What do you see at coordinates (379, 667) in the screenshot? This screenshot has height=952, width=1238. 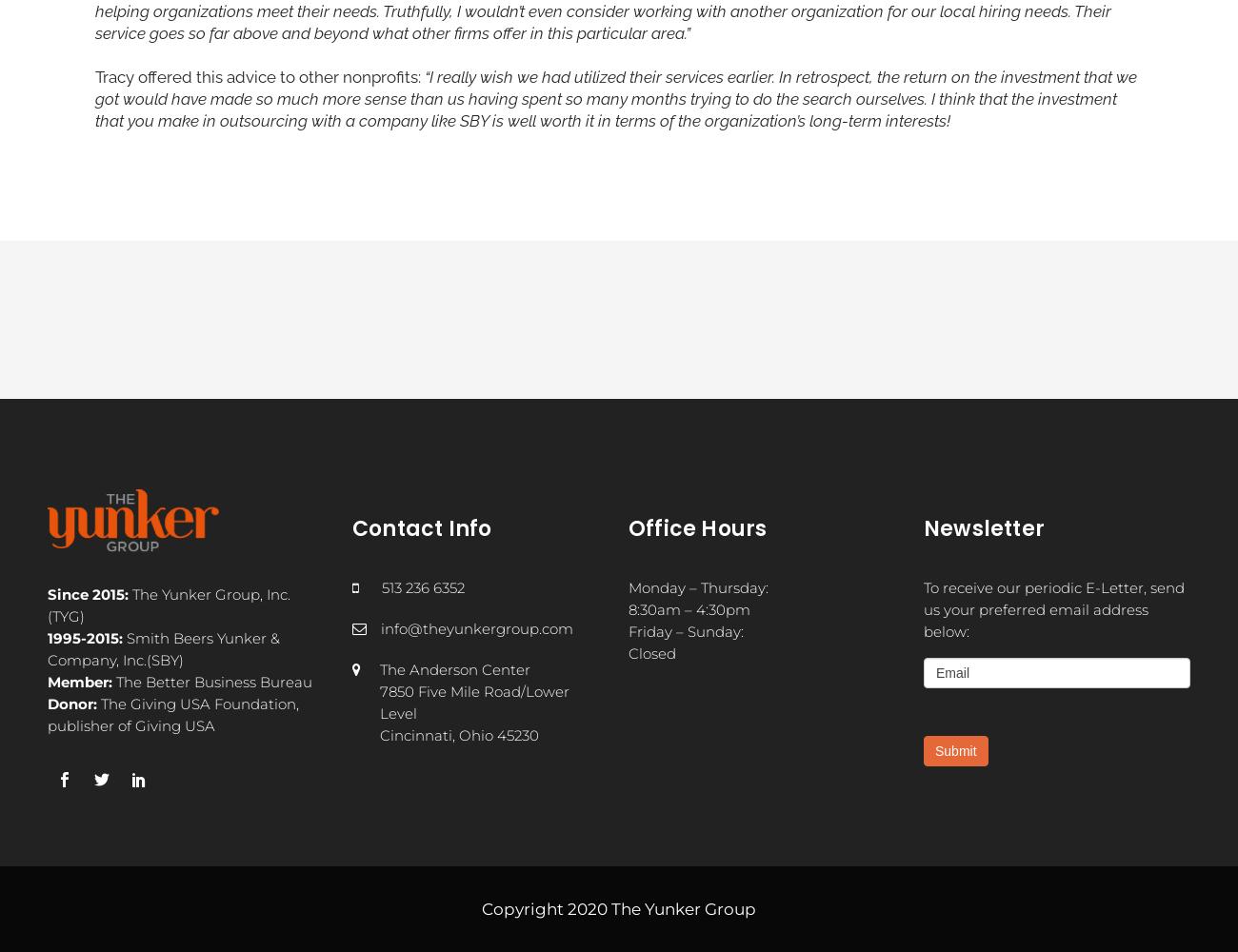 I see `'The Anderson Center'` at bounding box center [379, 667].